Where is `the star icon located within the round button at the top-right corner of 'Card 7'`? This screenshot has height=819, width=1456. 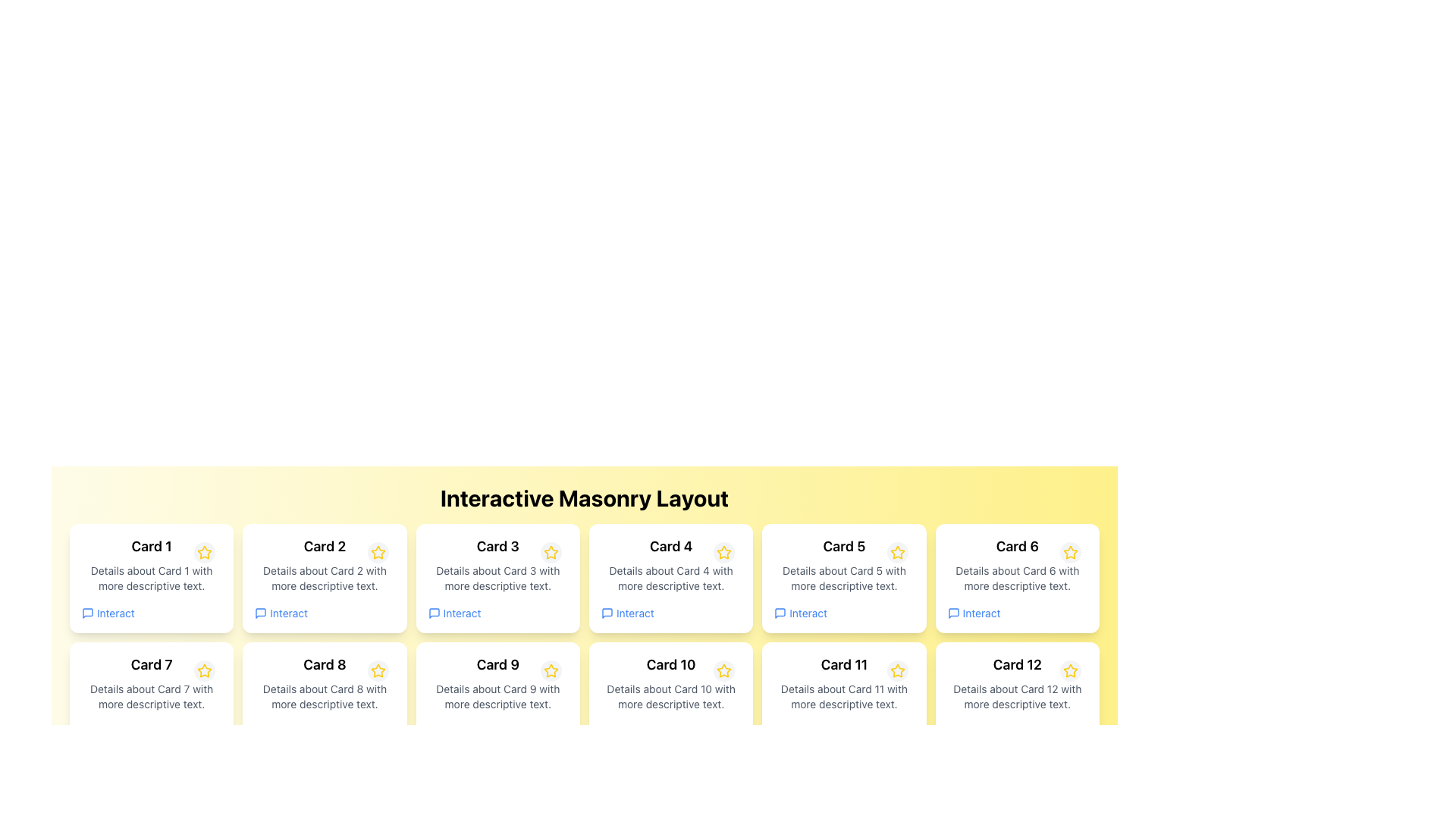
the star icon located within the round button at the top-right corner of 'Card 7' is located at coordinates (204, 670).